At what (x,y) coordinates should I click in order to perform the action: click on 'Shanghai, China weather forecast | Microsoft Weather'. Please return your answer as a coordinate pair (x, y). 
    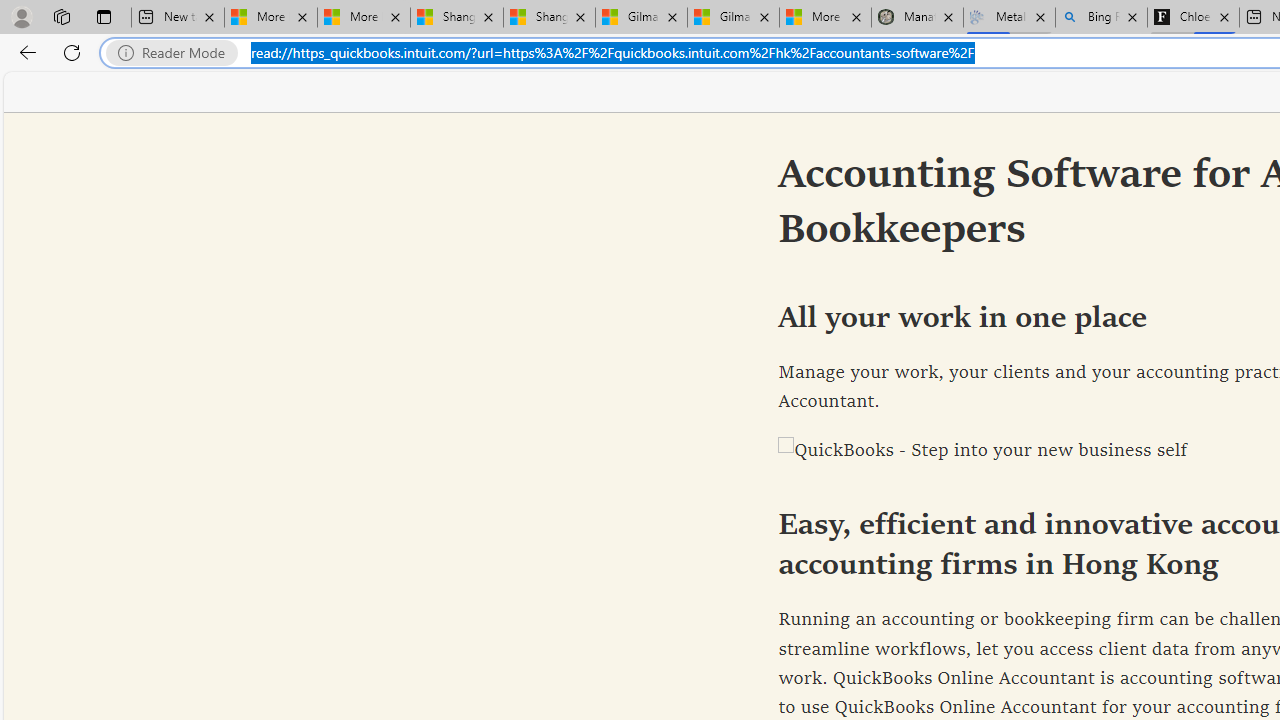
    Looking at the image, I should click on (549, 17).